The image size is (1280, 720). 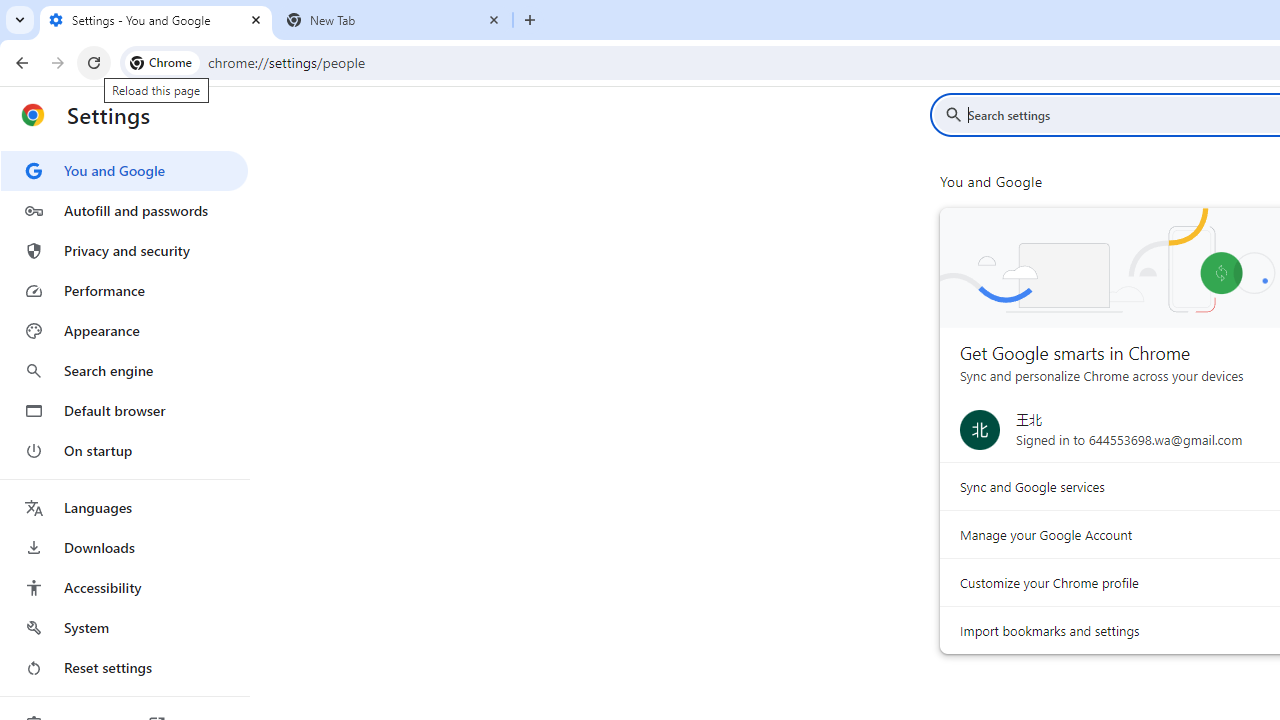 What do you see at coordinates (123, 547) in the screenshot?
I see `'Downloads'` at bounding box center [123, 547].